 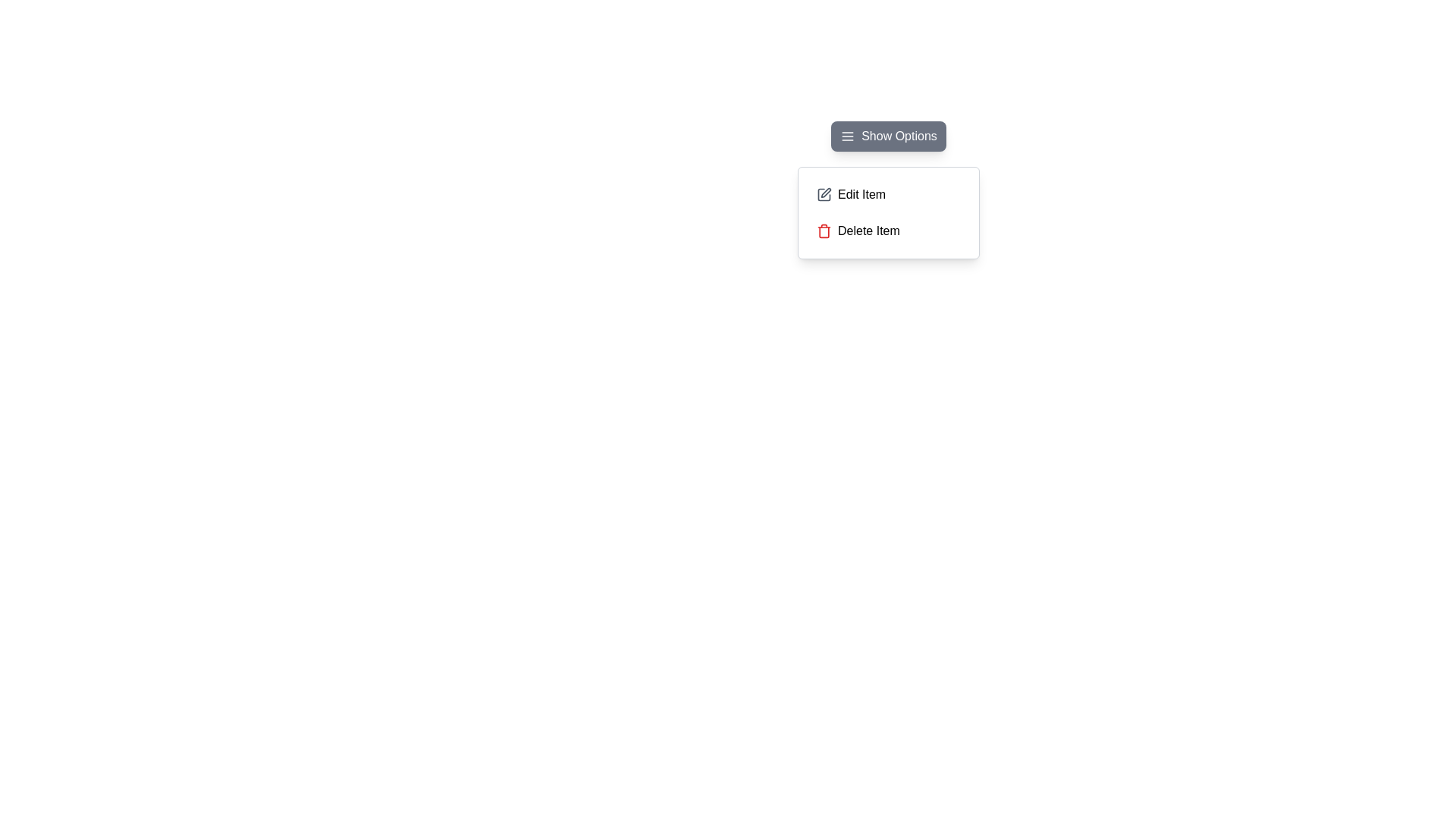 I want to click on the pencil icon located to the left of the 'Edit Item' text in the dropdown menu under the 'Show Options' button, so click(x=823, y=194).